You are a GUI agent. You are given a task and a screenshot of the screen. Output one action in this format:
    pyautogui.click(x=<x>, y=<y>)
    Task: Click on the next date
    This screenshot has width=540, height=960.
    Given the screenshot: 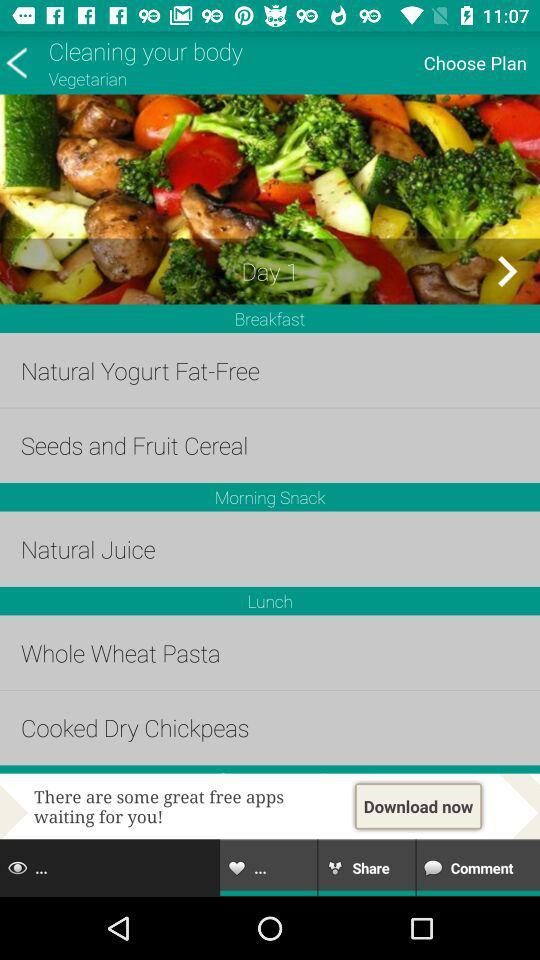 What is the action you would take?
    pyautogui.click(x=507, y=270)
    